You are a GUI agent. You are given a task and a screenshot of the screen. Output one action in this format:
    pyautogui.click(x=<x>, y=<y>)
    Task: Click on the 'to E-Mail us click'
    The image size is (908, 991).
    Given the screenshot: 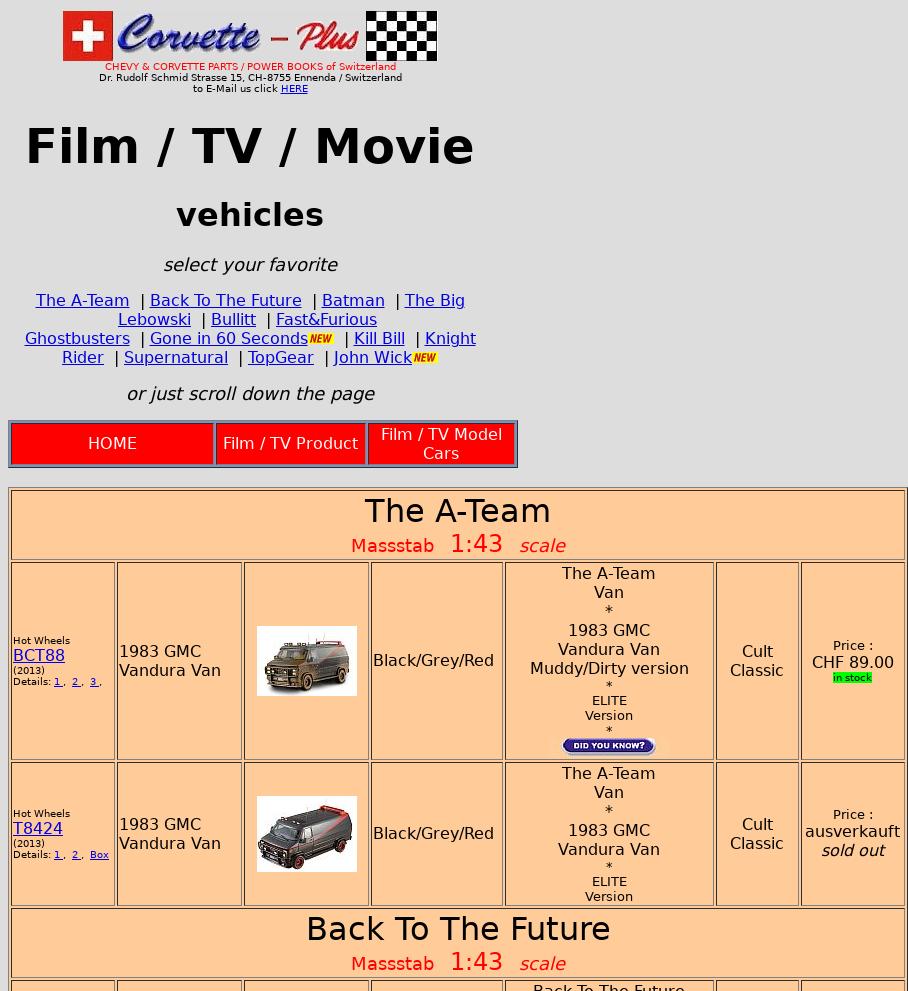 What is the action you would take?
    pyautogui.click(x=234, y=88)
    